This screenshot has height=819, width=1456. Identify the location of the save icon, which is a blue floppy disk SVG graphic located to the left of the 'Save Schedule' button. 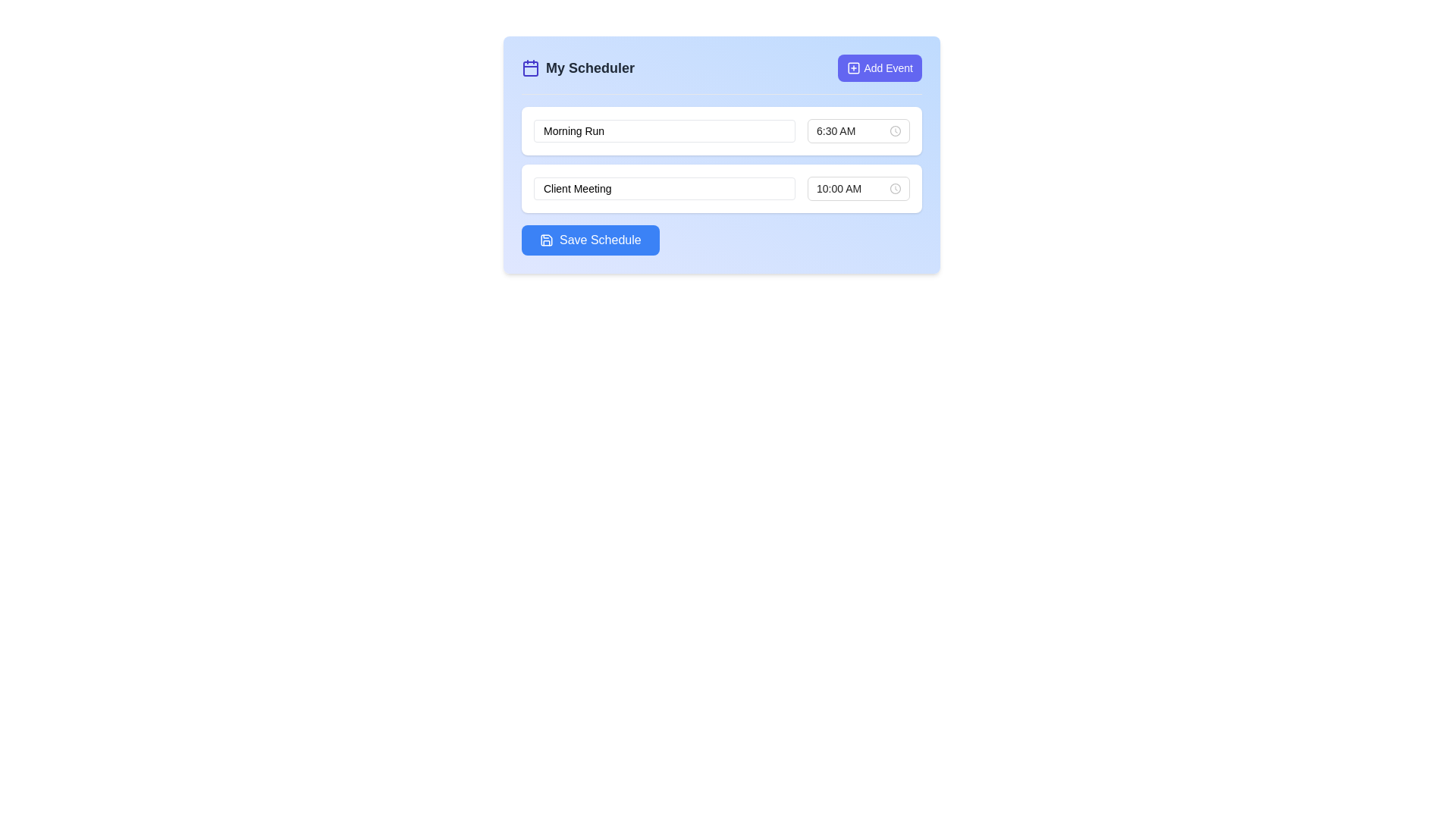
(546, 239).